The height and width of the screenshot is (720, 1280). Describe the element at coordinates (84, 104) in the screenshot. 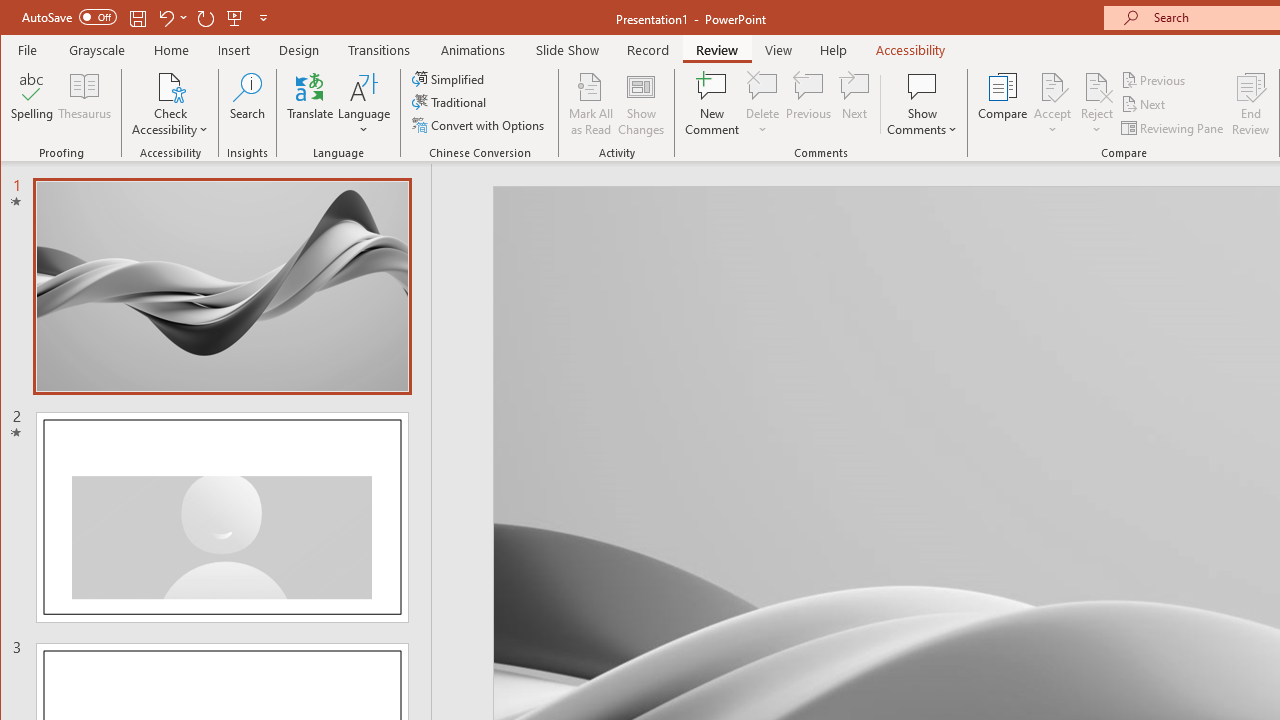

I see `'Thesaurus...'` at that location.